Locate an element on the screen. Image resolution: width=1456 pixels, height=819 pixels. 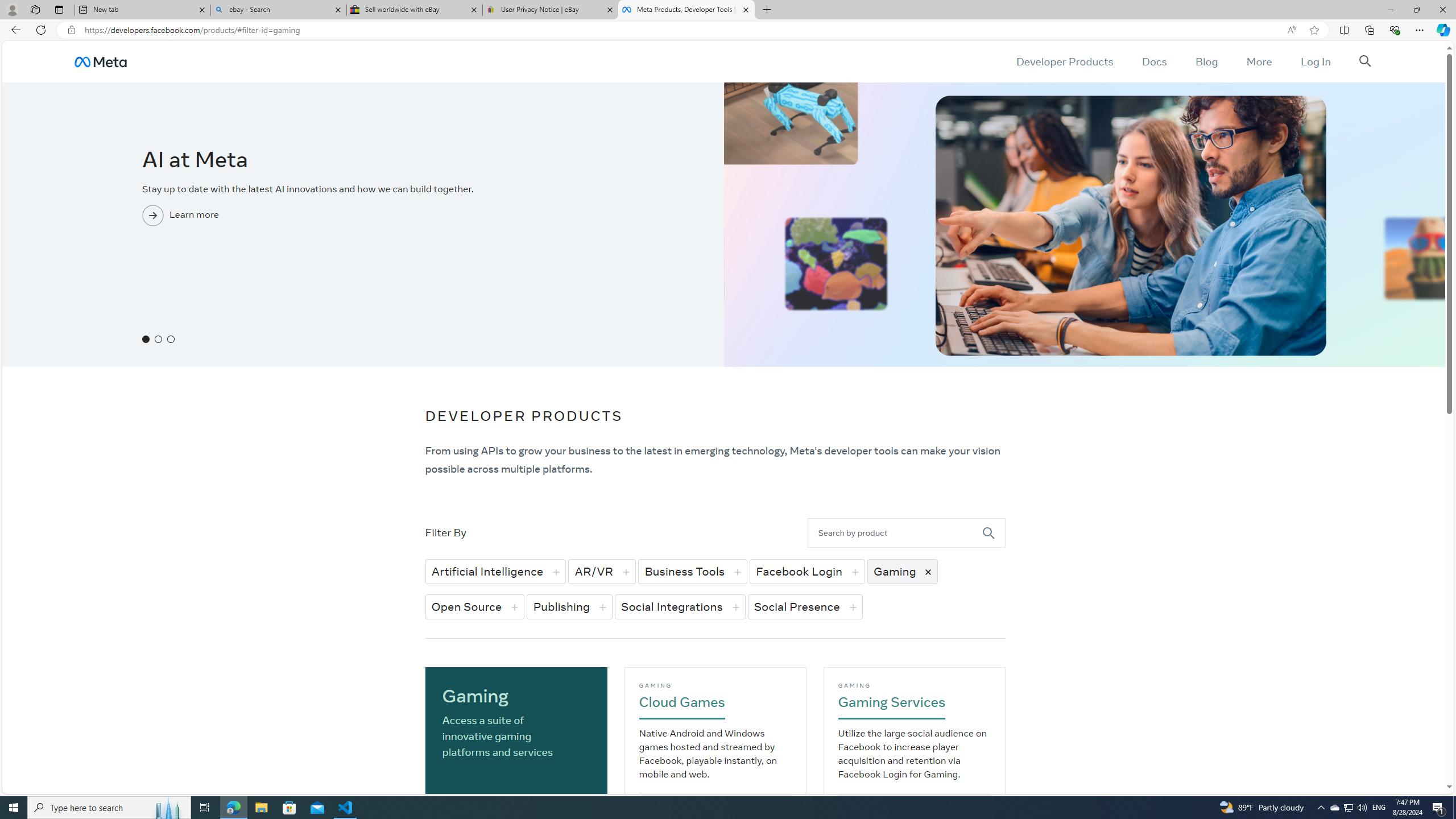
'Show slide 3' is located at coordinates (170, 338).